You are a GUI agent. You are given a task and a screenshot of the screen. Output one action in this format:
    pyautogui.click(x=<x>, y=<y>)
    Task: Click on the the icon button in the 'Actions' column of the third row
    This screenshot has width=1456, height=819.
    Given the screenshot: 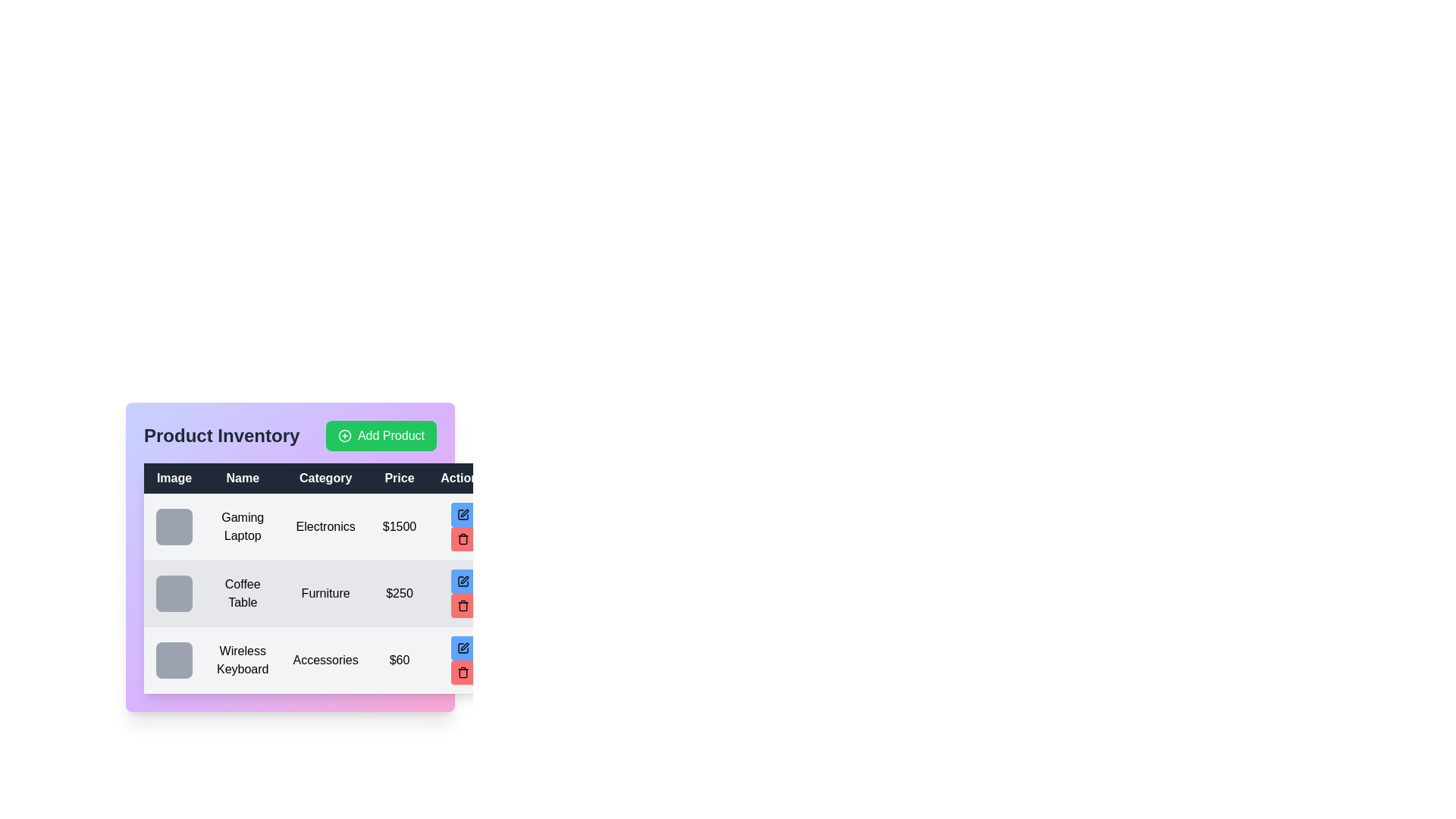 What is the action you would take?
    pyautogui.click(x=462, y=648)
    